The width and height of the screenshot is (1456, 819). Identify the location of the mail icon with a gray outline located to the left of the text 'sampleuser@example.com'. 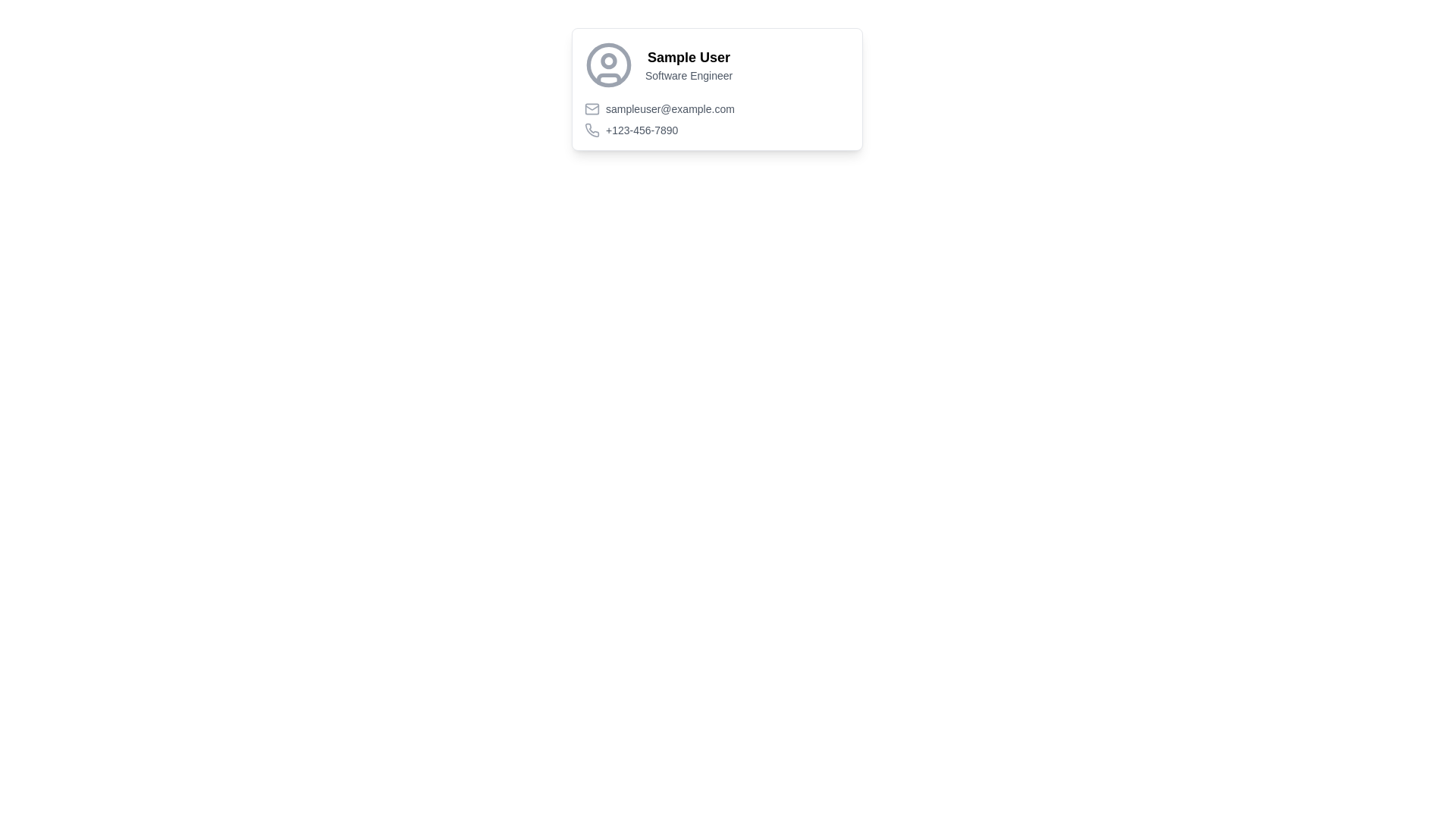
(591, 108).